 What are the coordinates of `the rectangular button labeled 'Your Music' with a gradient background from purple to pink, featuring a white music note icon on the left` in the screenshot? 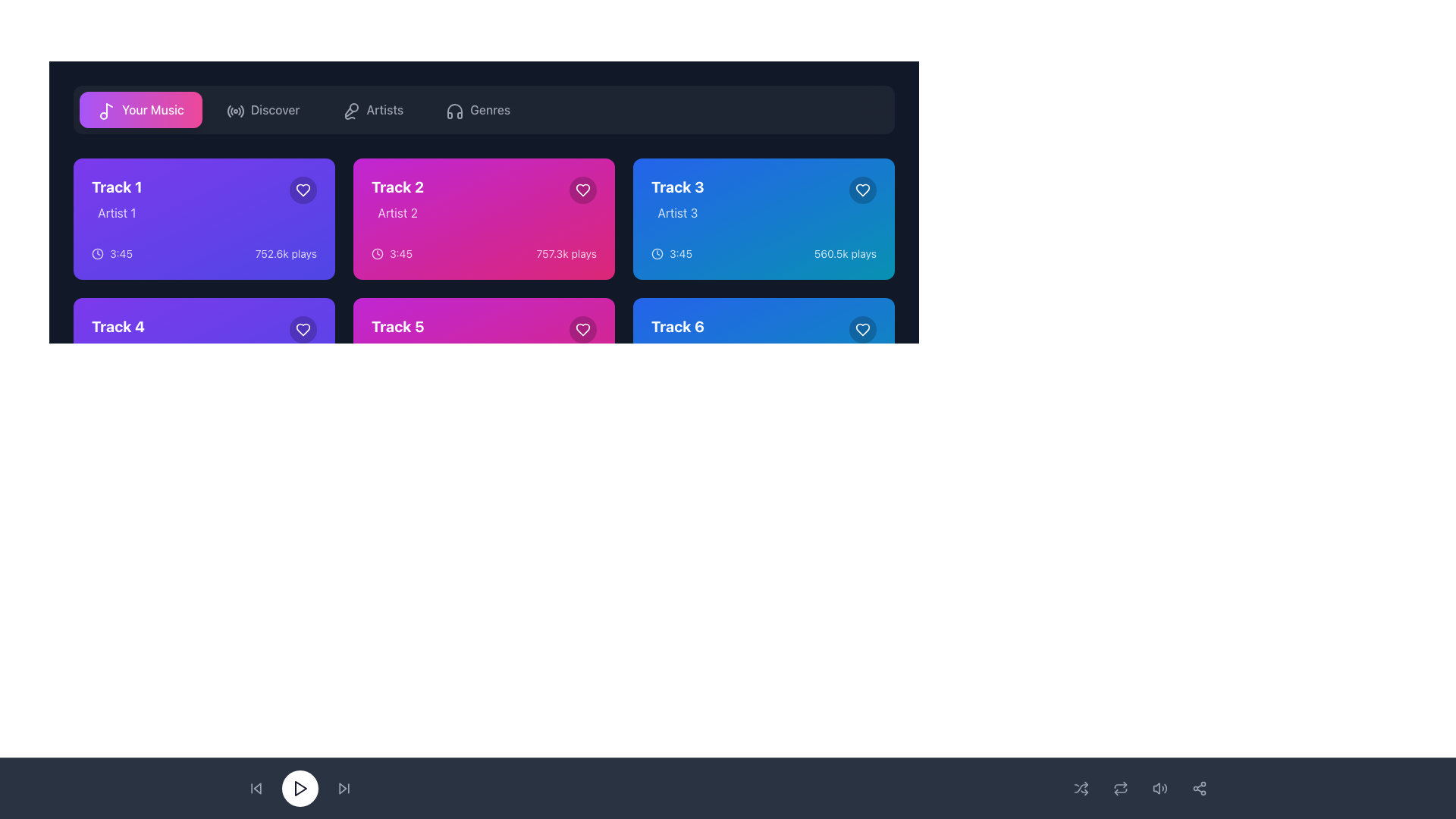 It's located at (140, 109).